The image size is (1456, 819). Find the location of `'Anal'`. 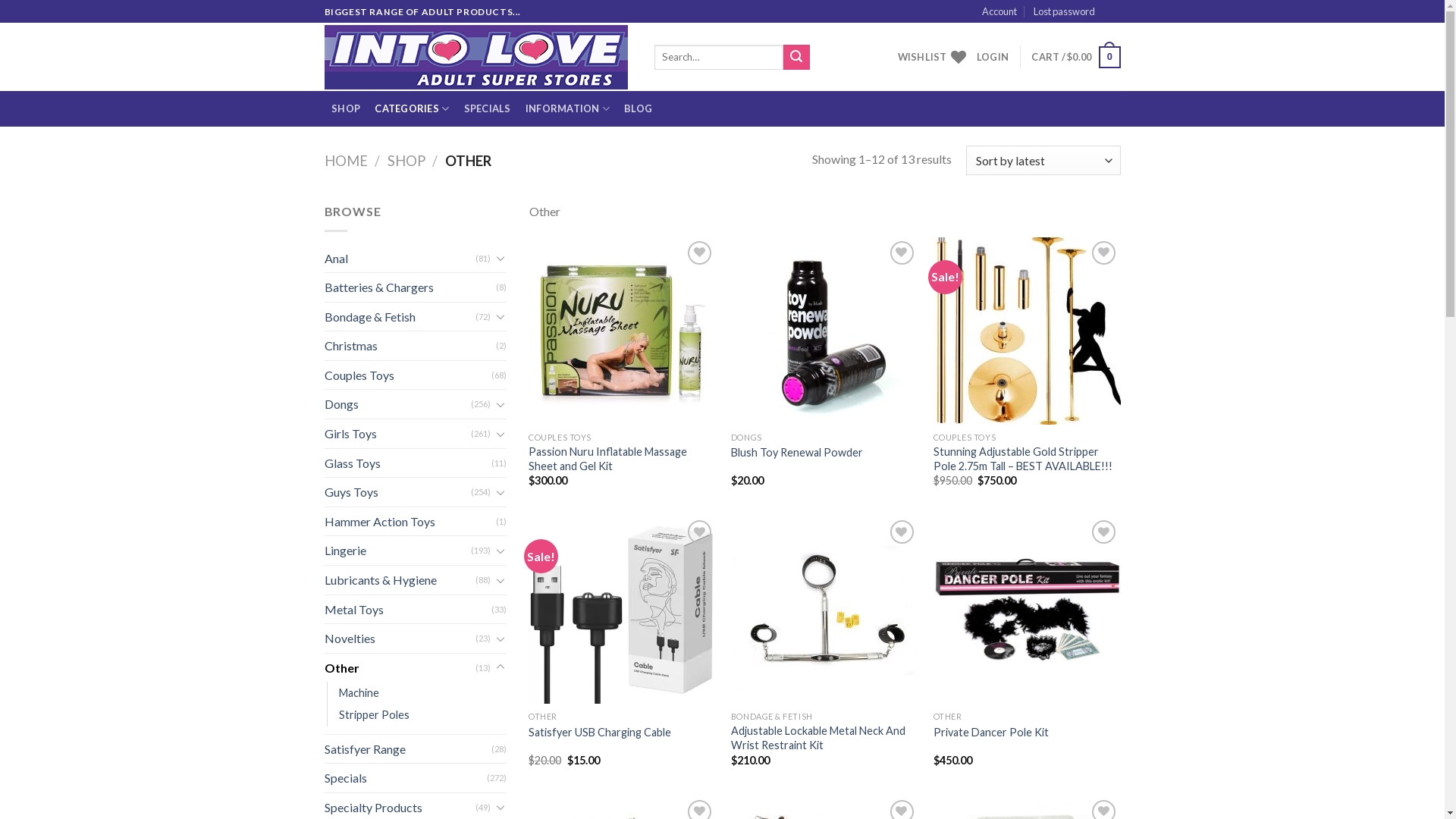

'Anal' is located at coordinates (400, 257).